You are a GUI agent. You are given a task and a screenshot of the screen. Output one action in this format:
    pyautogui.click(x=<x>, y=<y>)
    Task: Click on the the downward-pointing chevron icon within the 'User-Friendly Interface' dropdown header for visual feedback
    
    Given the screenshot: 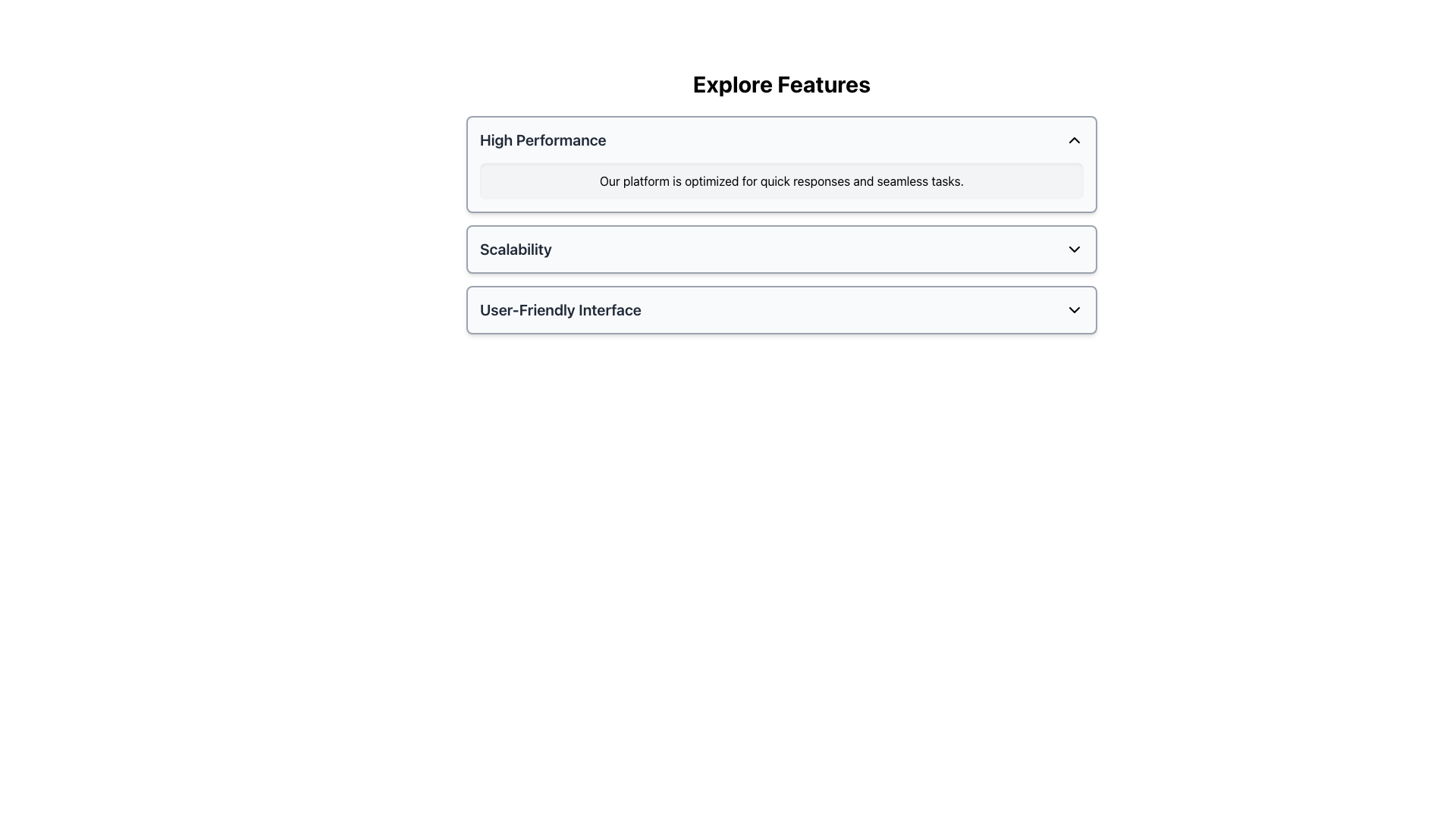 What is the action you would take?
    pyautogui.click(x=1073, y=309)
    